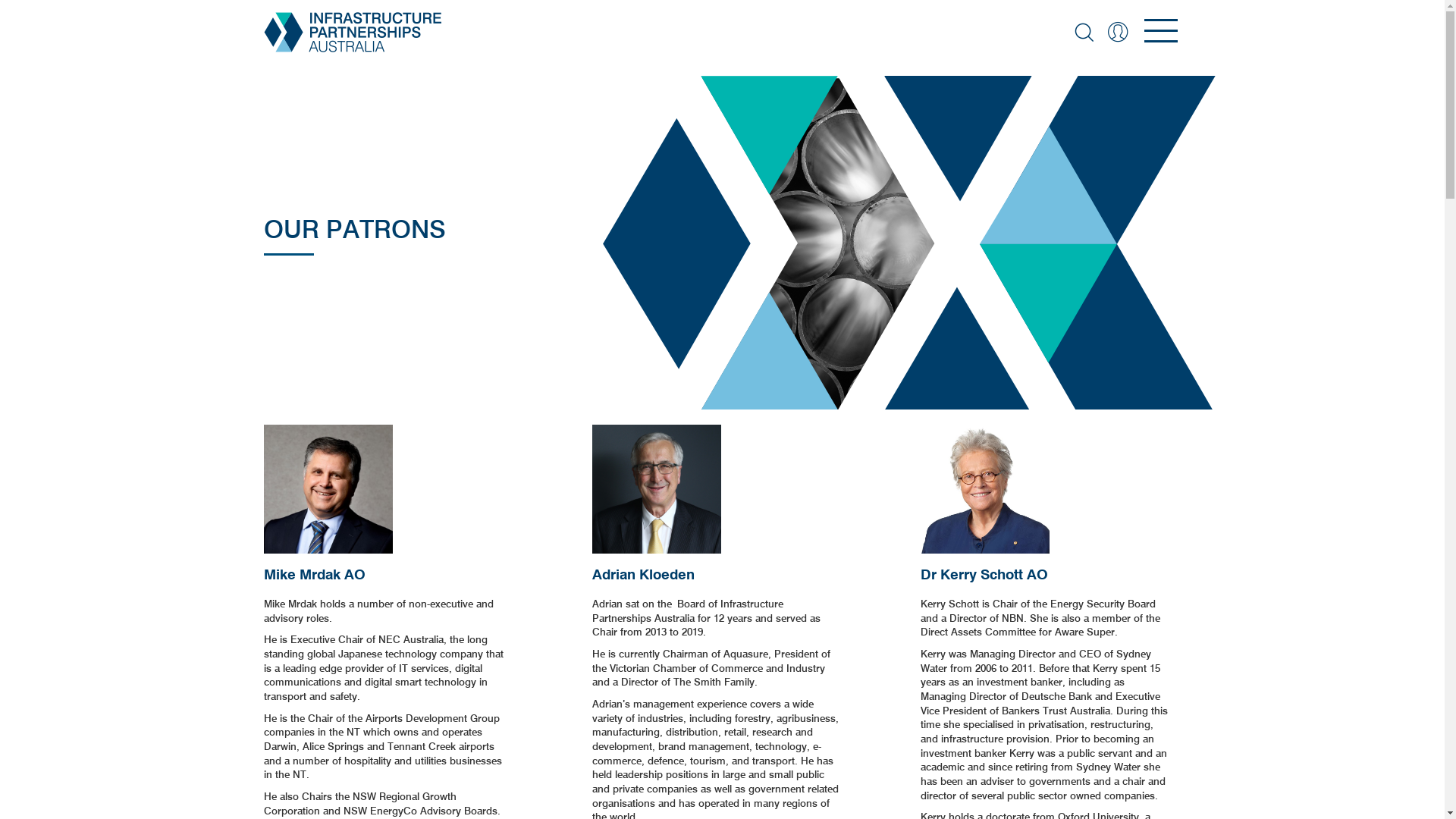  I want to click on 'Login', so click(1117, 32).